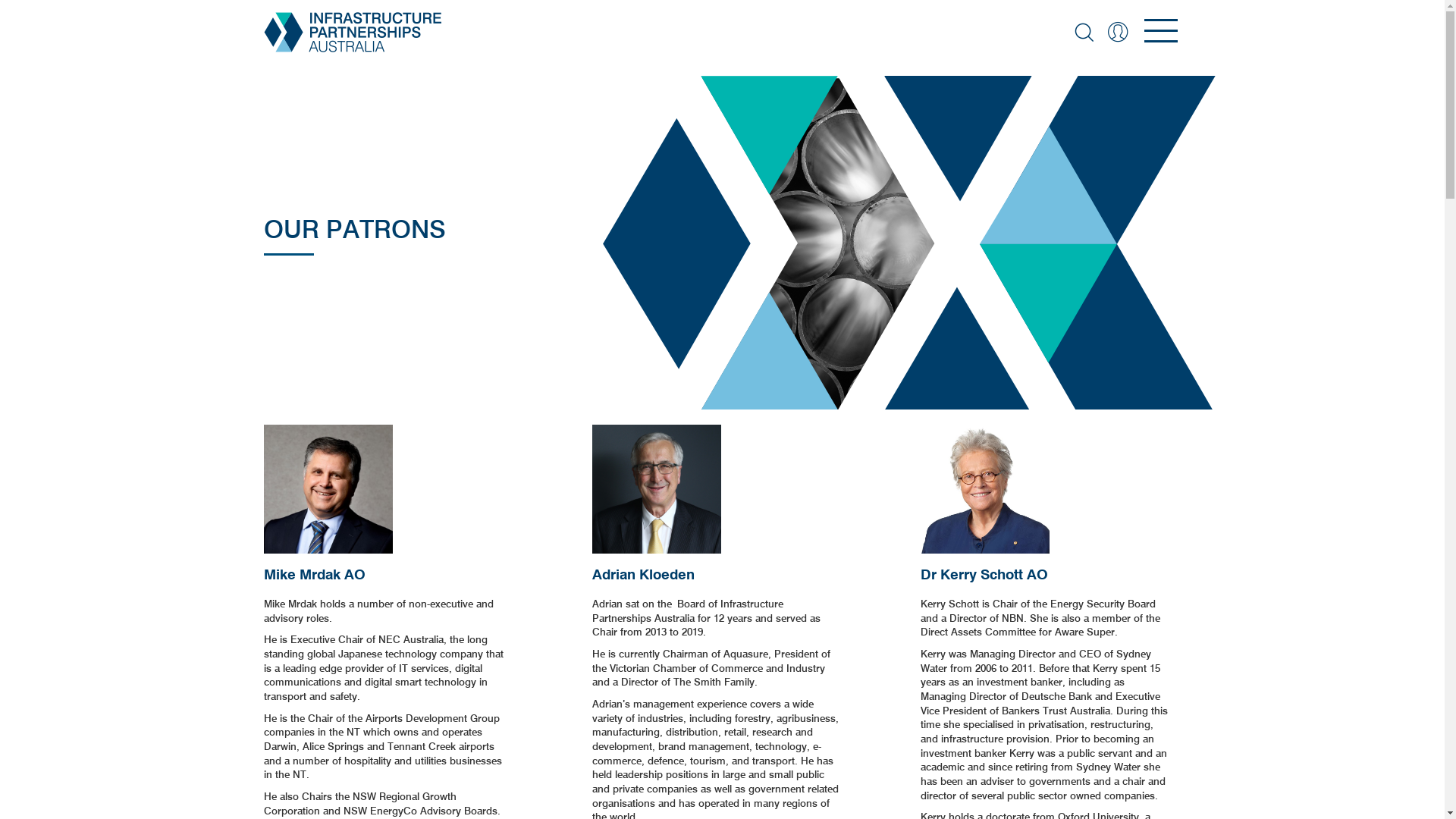  I want to click on 'Login', so click(1117, 32).